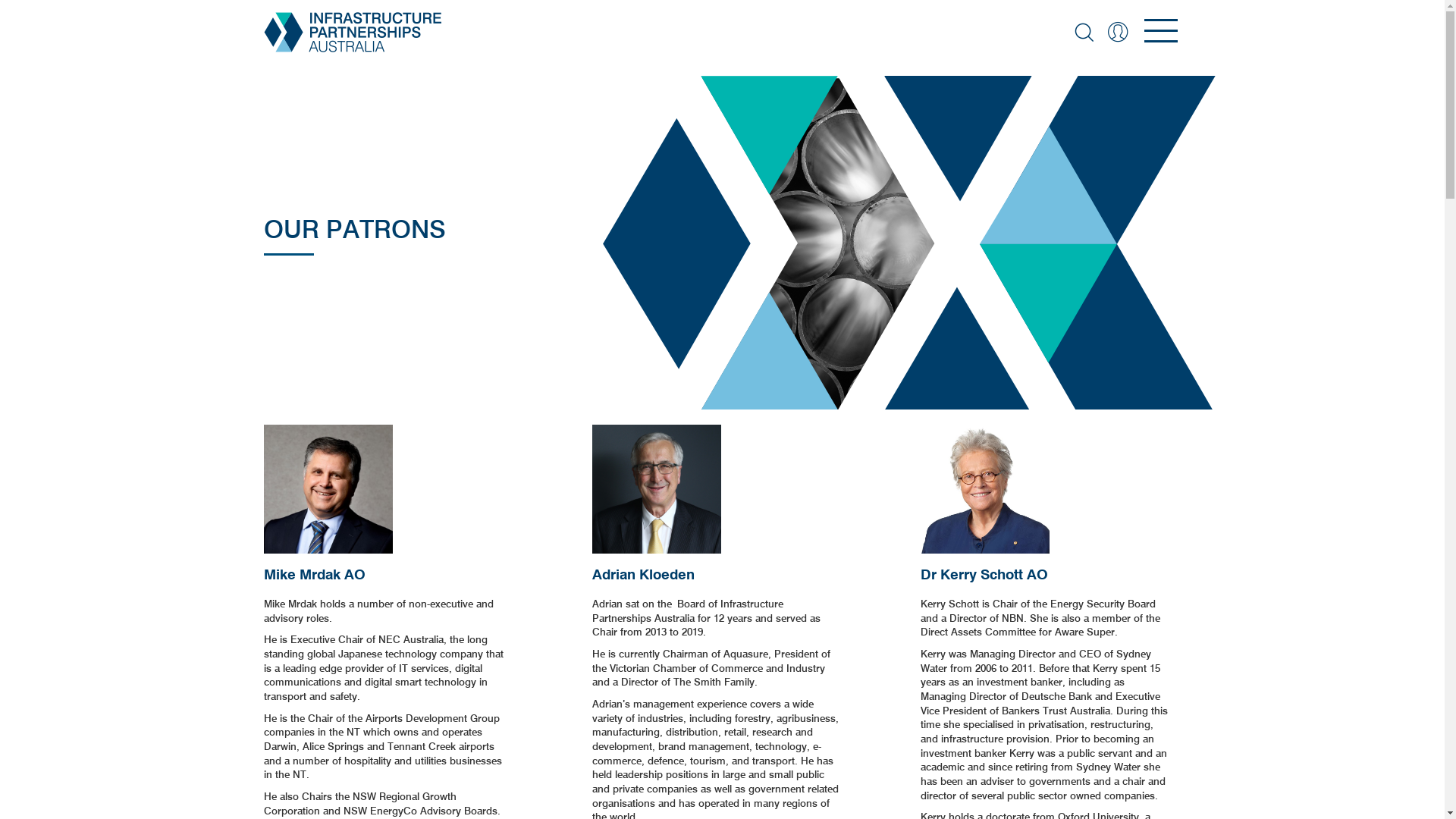  I want to click on 'Login', so click(1117, 32).